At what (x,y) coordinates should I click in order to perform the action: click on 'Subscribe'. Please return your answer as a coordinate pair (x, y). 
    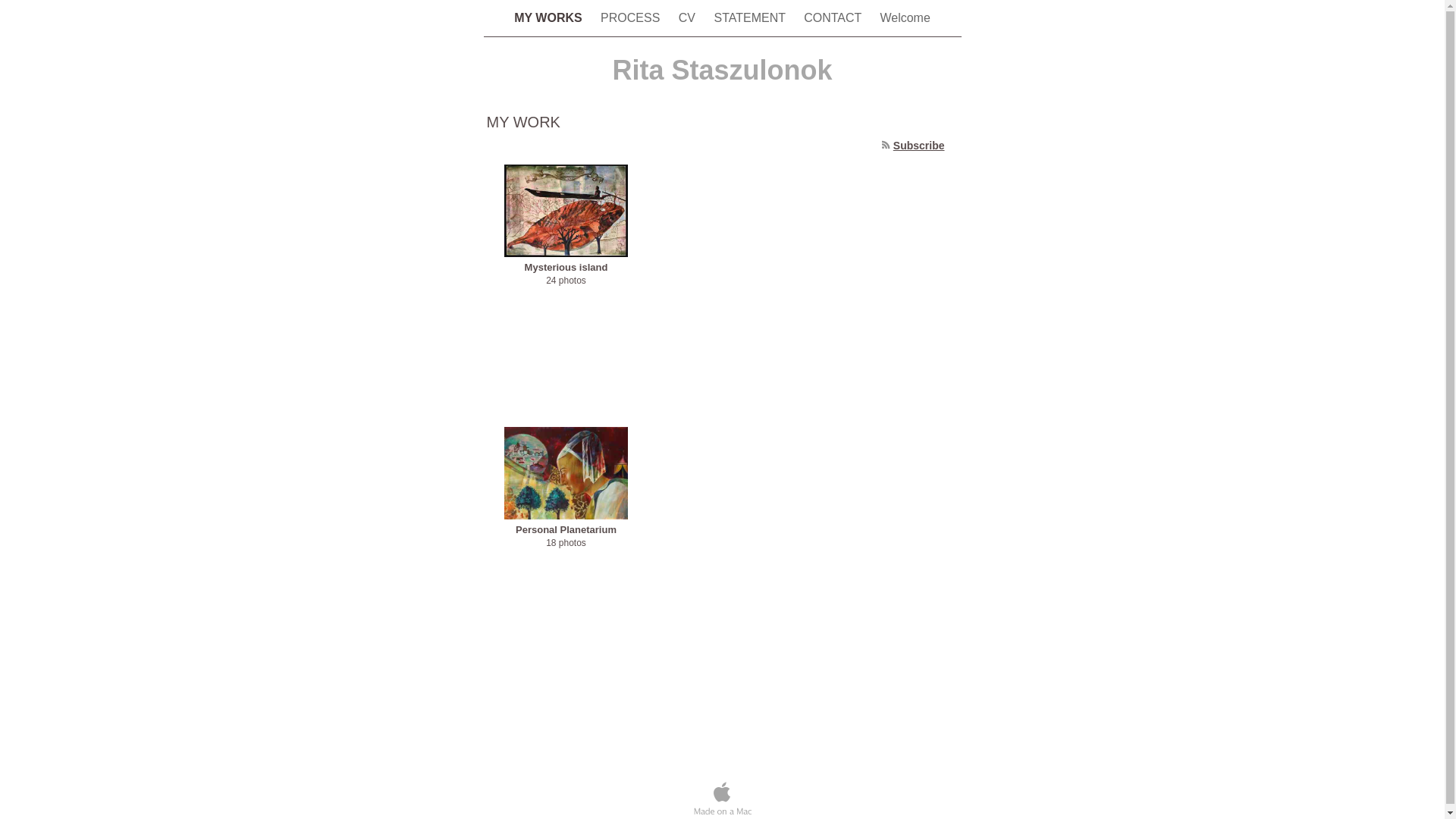
    Looking at the image, I should click on (918, 146).